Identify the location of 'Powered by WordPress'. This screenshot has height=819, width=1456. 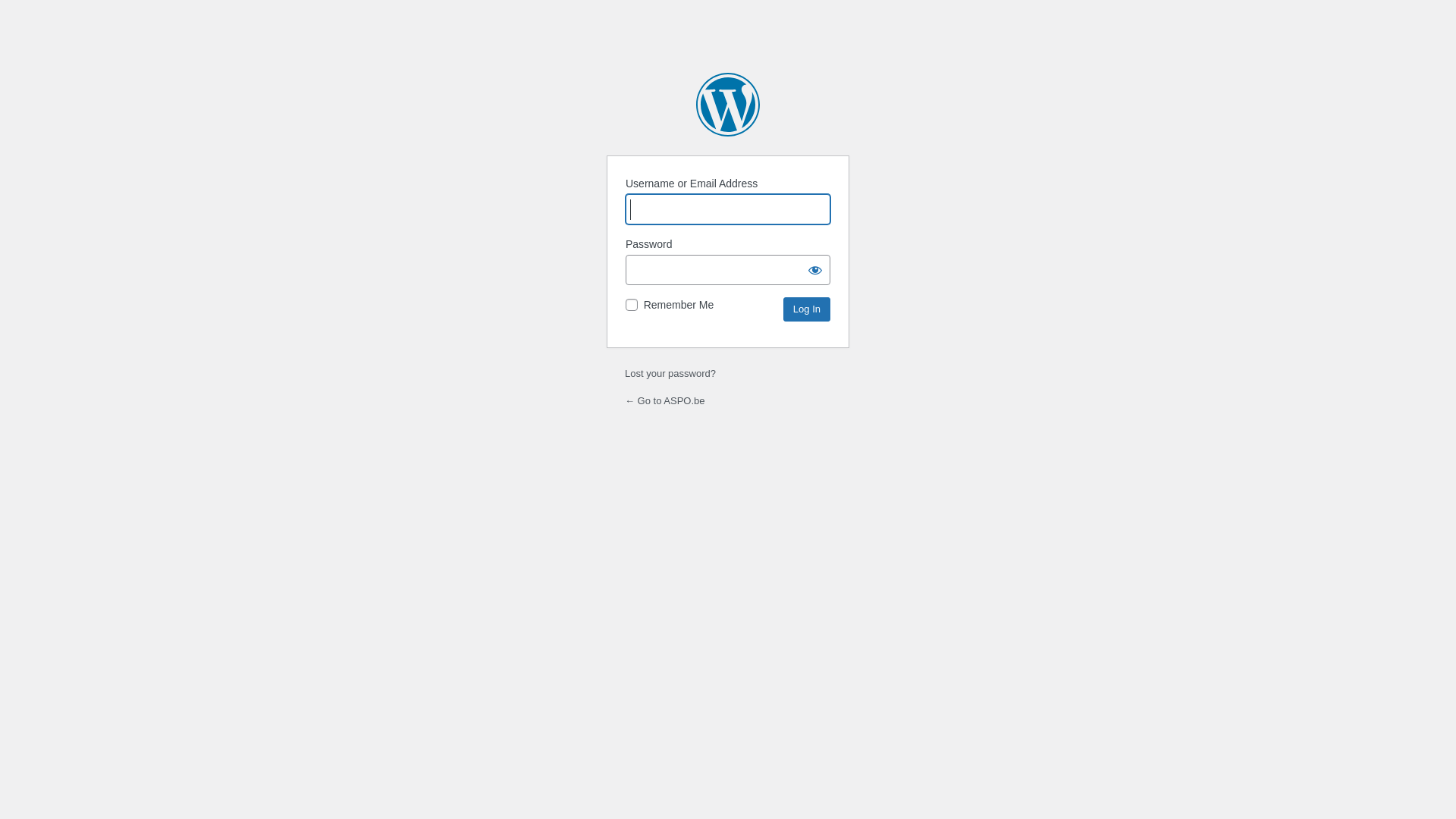
(728, 104).